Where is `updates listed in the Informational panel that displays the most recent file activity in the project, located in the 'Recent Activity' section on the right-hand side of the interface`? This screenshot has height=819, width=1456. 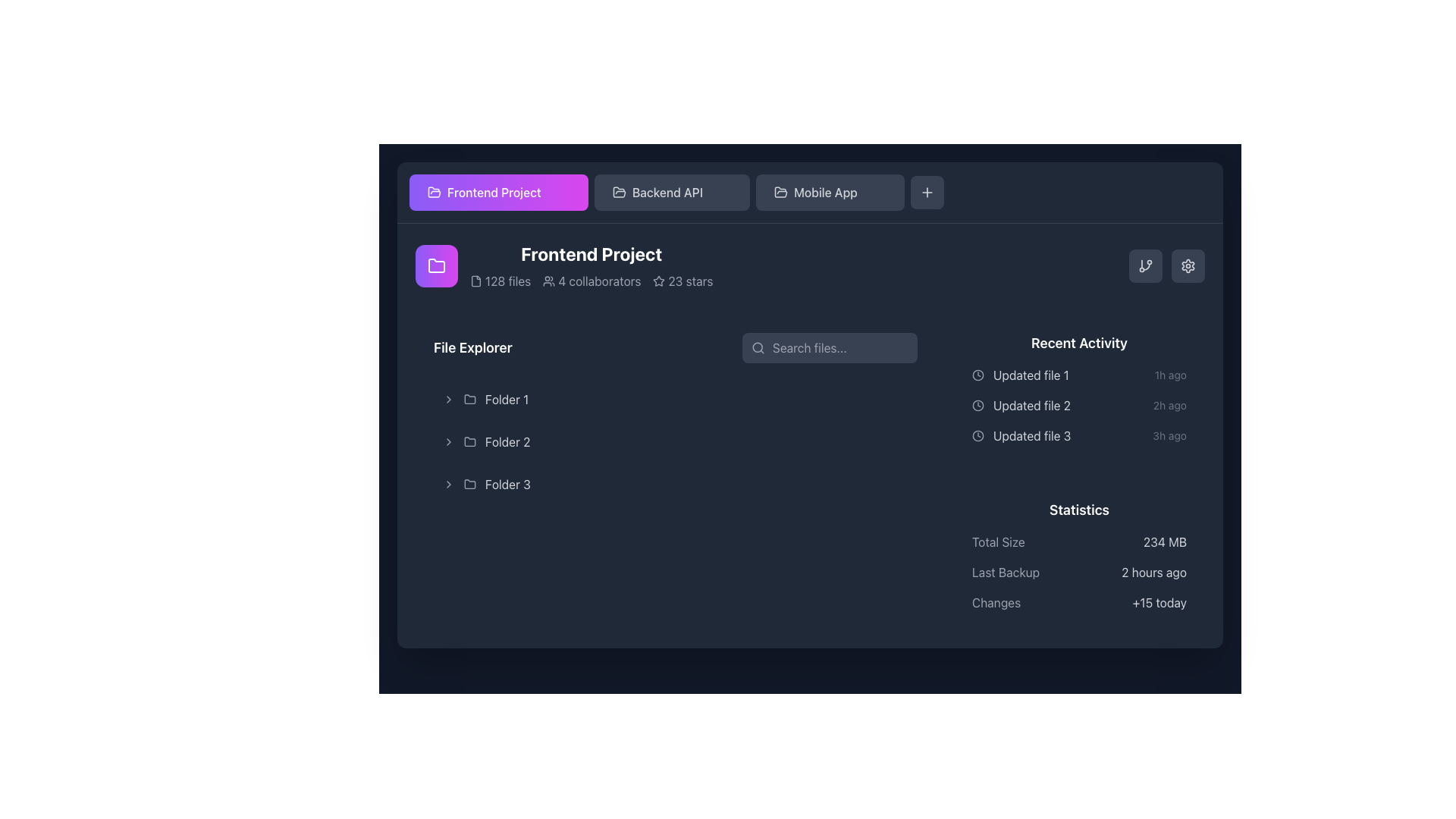
updates listed in the Informational panel that displays the most recent file activity in the project, located in the 'Recent Activity' section on the right-hand side of the interface is located at coordinates (1078, 388).